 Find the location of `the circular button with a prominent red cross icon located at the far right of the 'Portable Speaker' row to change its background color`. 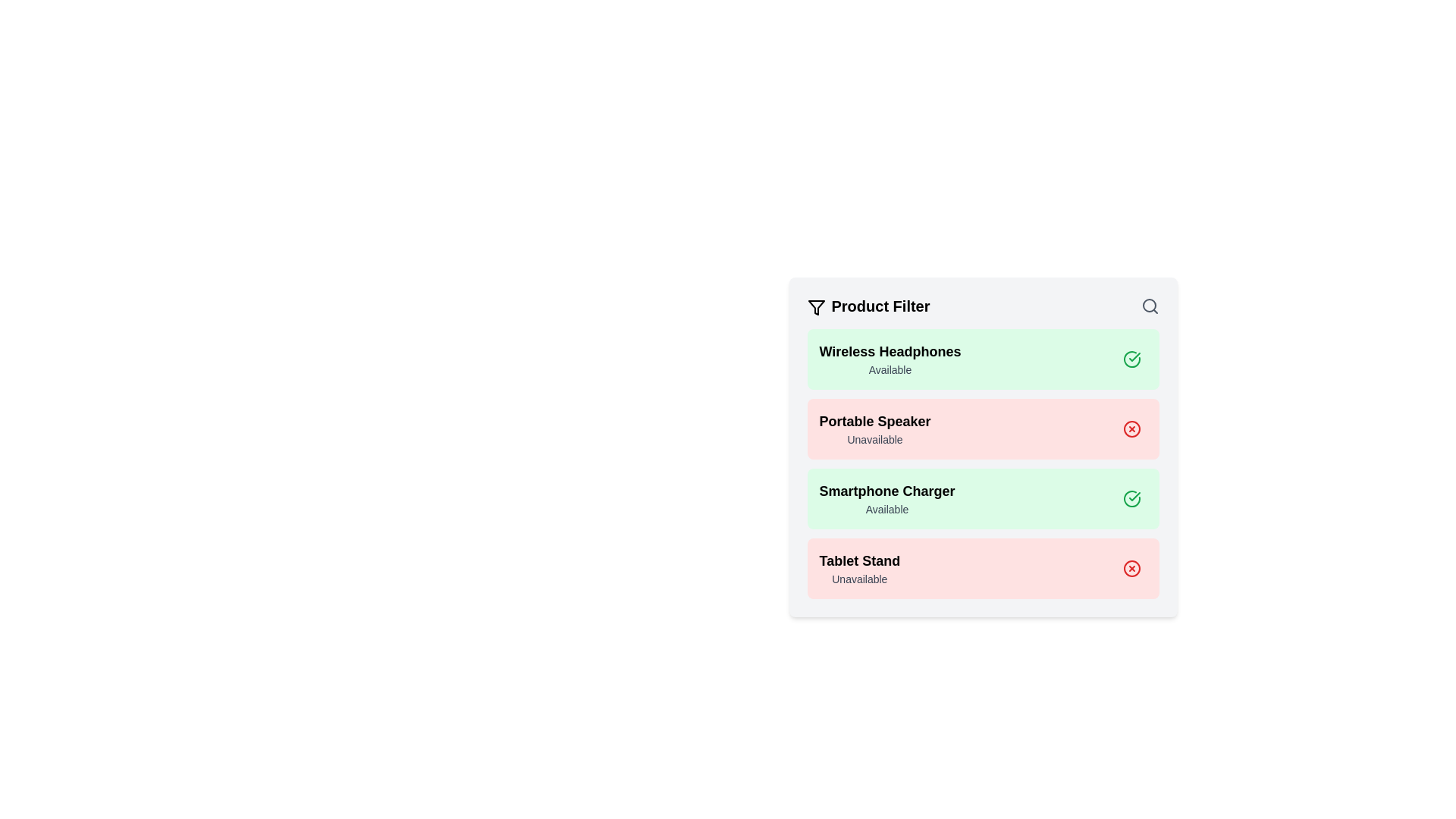

the circular button with a prominent red cross icon located at the far right of the 'Portable Speaker' row to change its background color is located at coordinates (1131, 429).